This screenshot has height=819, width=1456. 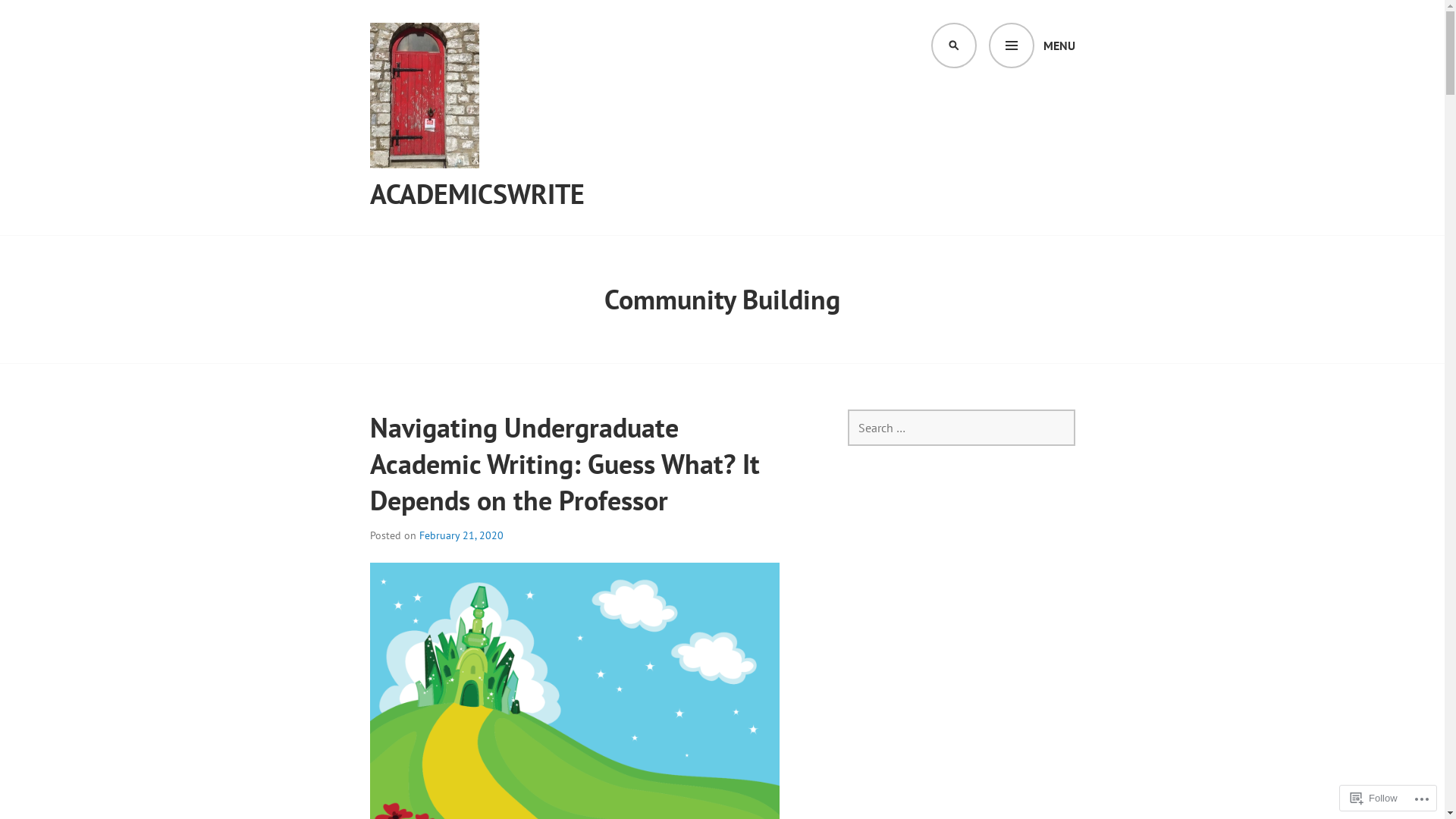 What do you see at coordinates (1344, 797) in the screenshot?
I see `'Follow'` at bounding box center [1344, 797].